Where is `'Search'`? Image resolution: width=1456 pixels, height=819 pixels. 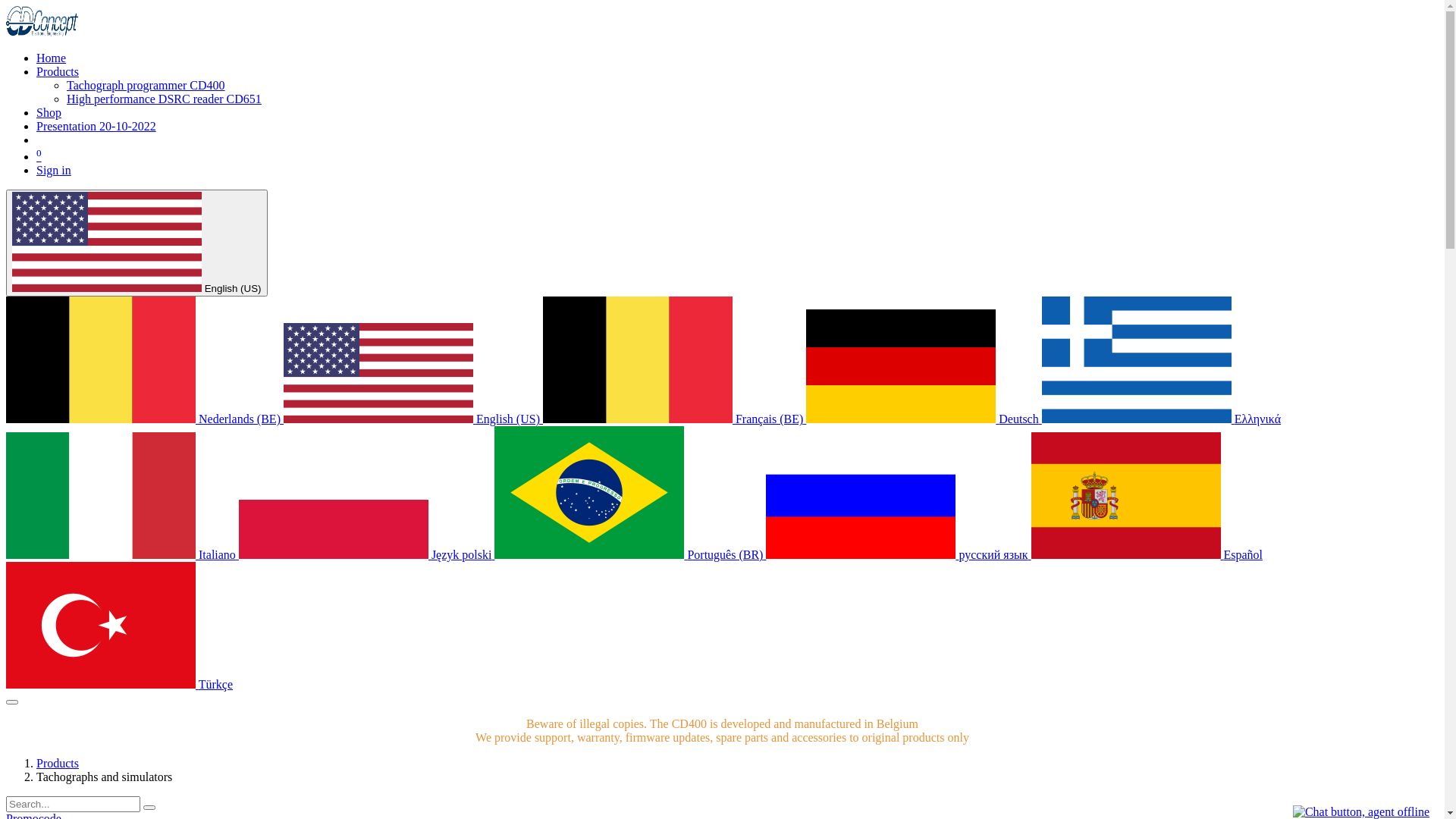
'Search' is located at coordinates (149, 806).